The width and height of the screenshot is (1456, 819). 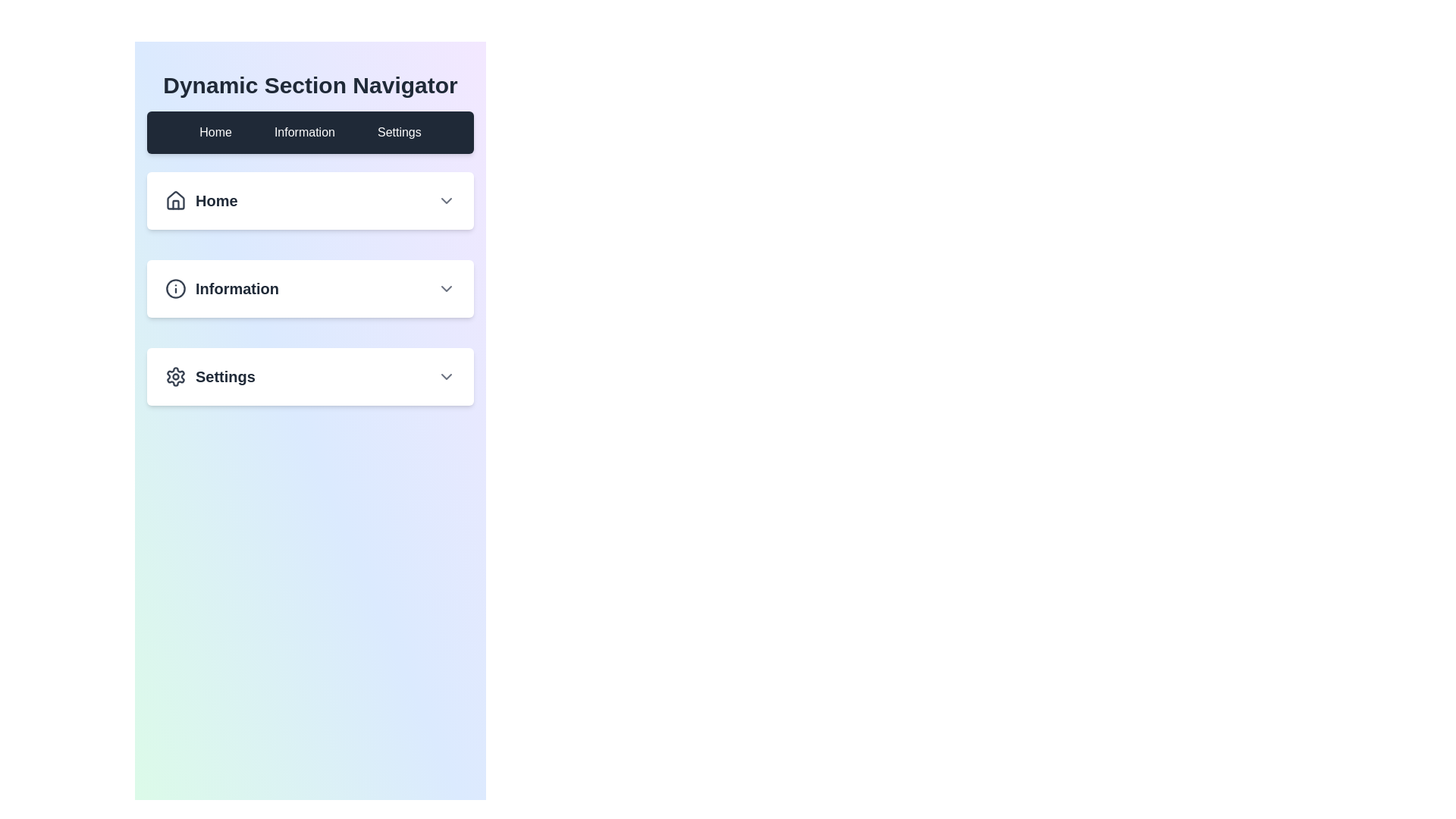 What do you see at coordinates (446, 200) in the screenshot?
I see `the downward-facing gray chevron icon located to the right of the 'Home' text within the 'Home' section` at bounding box center [446, 200].